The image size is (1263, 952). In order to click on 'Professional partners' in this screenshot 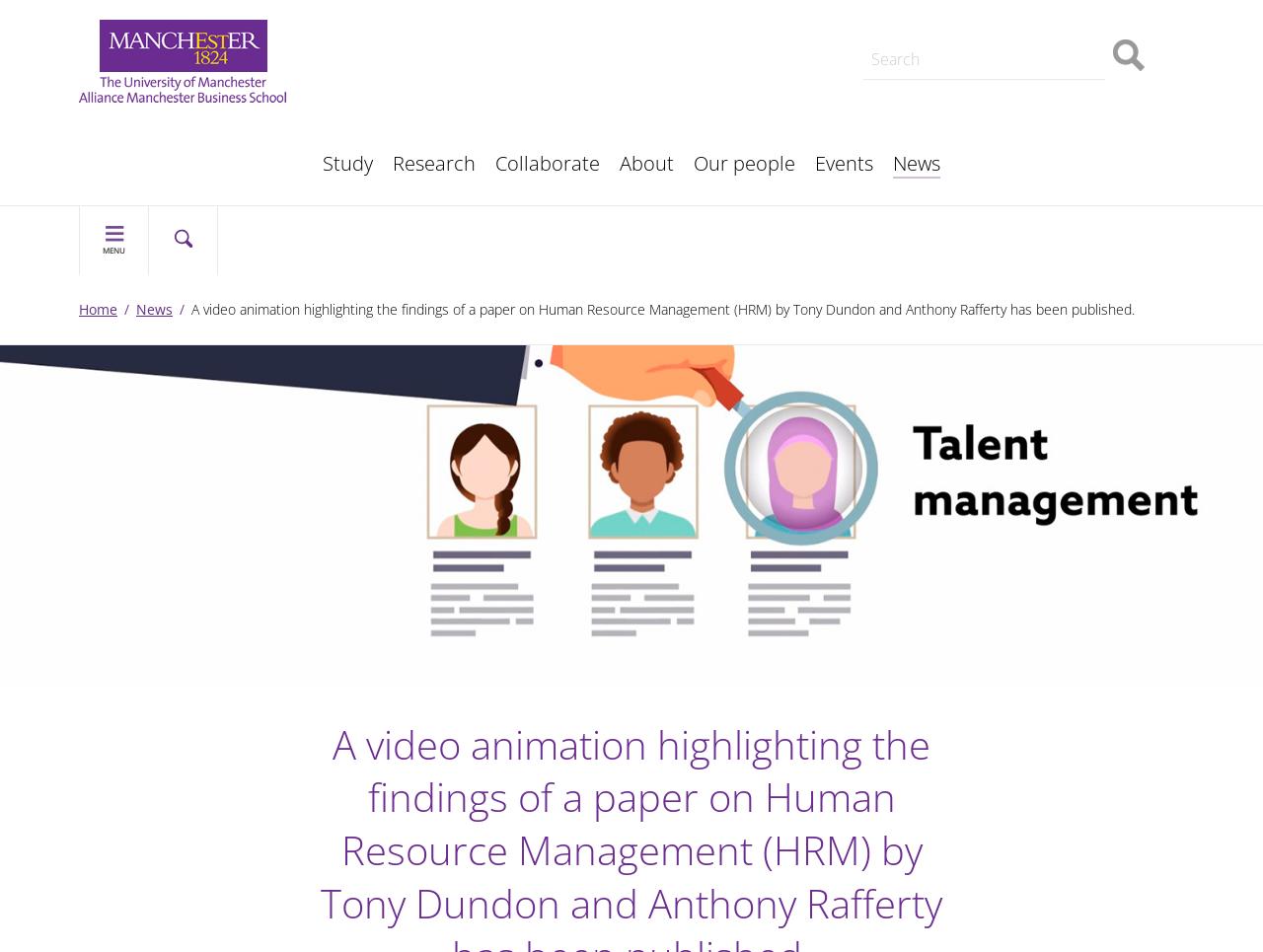, I will do `click(448, 130)`.